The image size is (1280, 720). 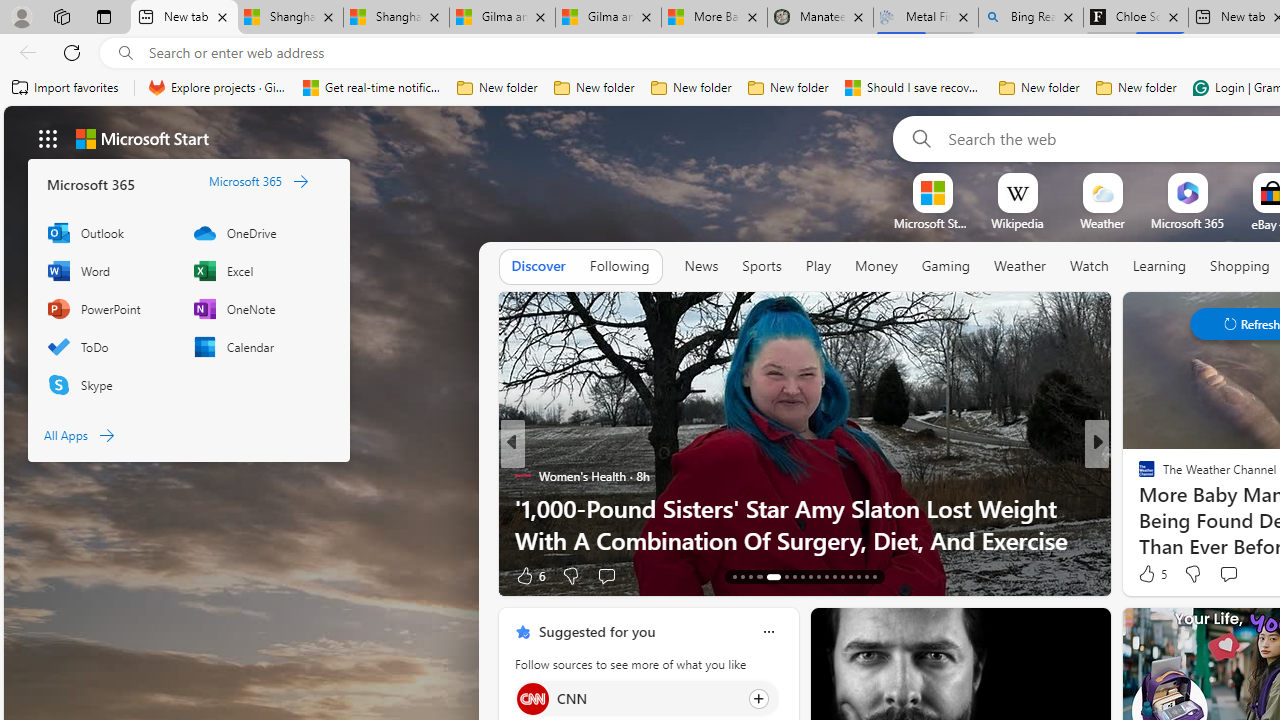 What do you see at coordinates (109, 384) in the screenshot?
I see `'Skype'` at bounding box center [109, 384].